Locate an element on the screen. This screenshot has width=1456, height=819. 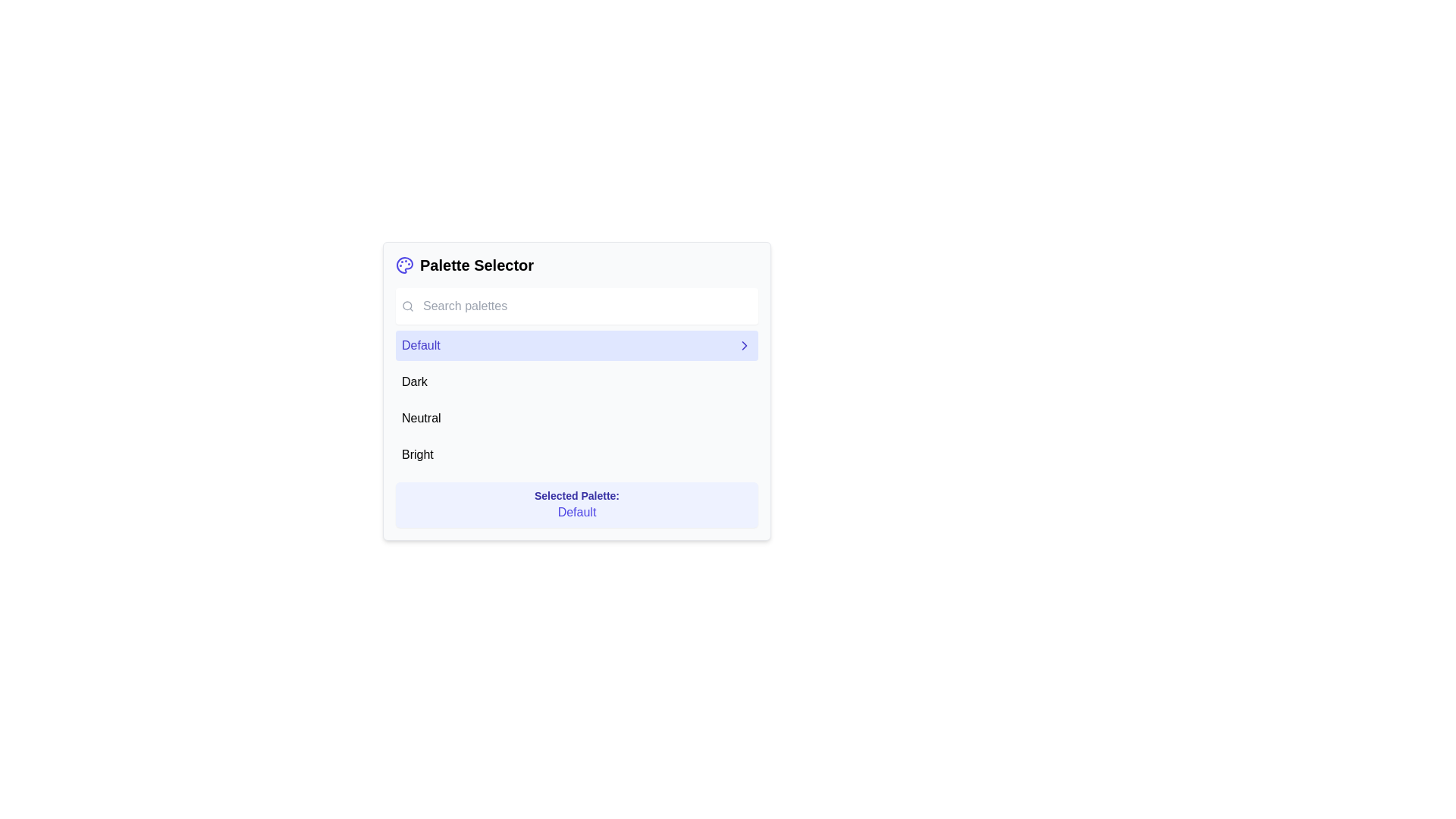
the text label reading 'Selected Palette:' which is styled in indigo color and is positioned above the text 'Default' is located at coordinates (576, 496).